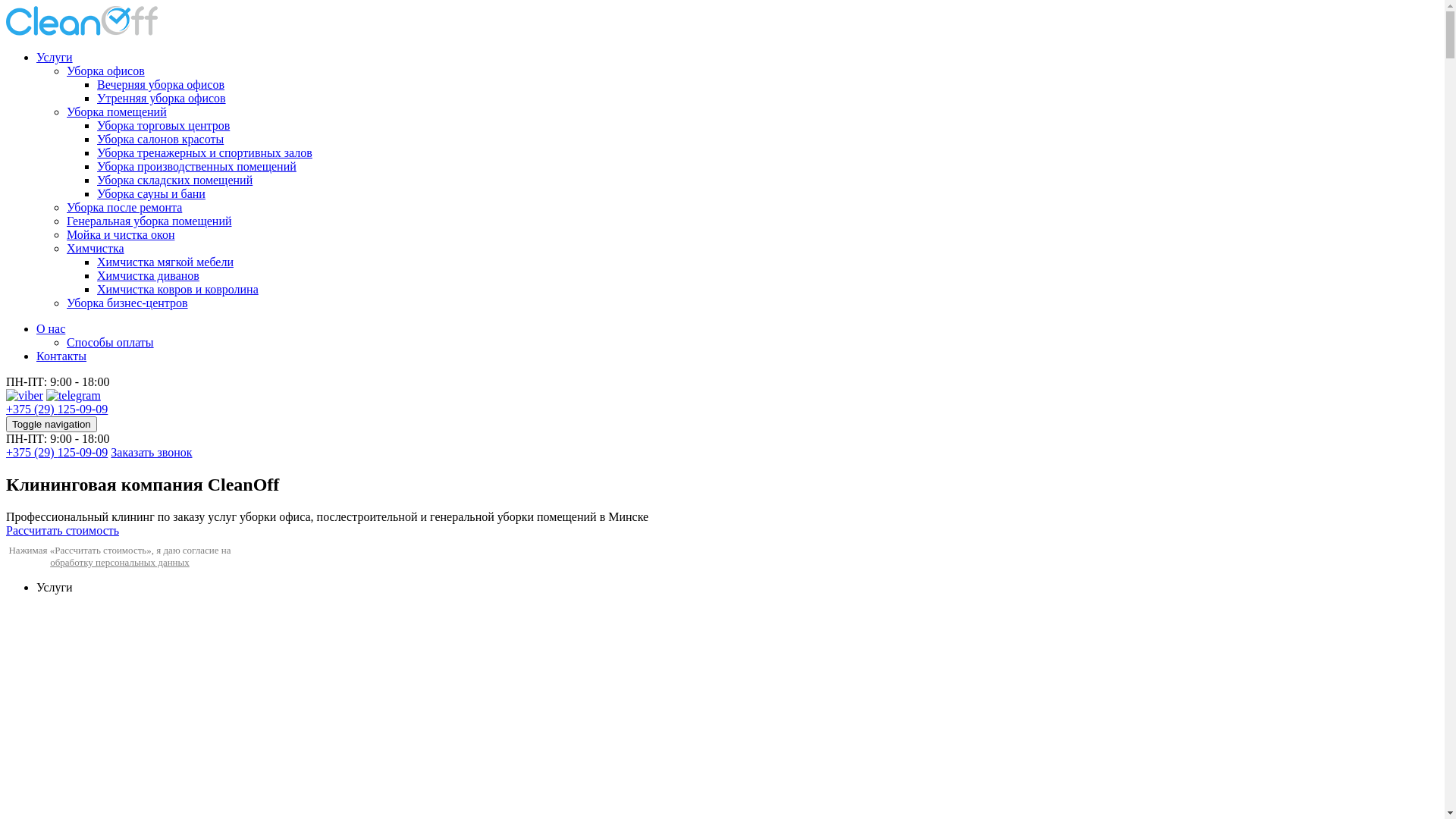 The height and width of the screenshot is (819, 1456). What do you see at coordinates (57, 408) in the screenshot?
I see `'+375 (29) 125-09-09'` at bounding box center [57, 408].